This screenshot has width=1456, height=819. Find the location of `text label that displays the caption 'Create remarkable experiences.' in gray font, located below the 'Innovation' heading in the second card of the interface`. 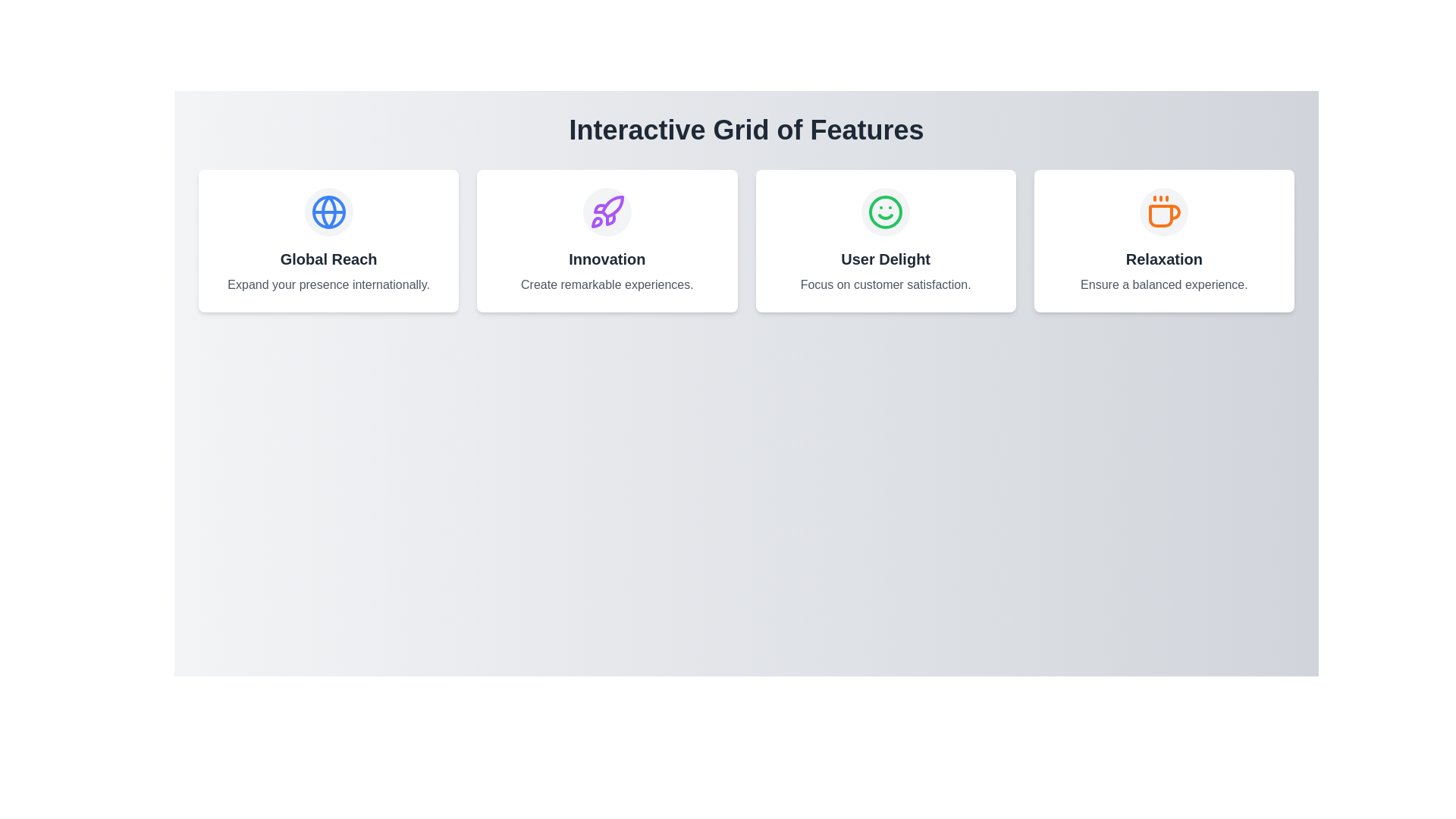

text label that displays the caption 'Create remarkable experiences.' in gray font, located below the 'Innovation' heading in the second card of the interface is located at coordinates (607, 284).